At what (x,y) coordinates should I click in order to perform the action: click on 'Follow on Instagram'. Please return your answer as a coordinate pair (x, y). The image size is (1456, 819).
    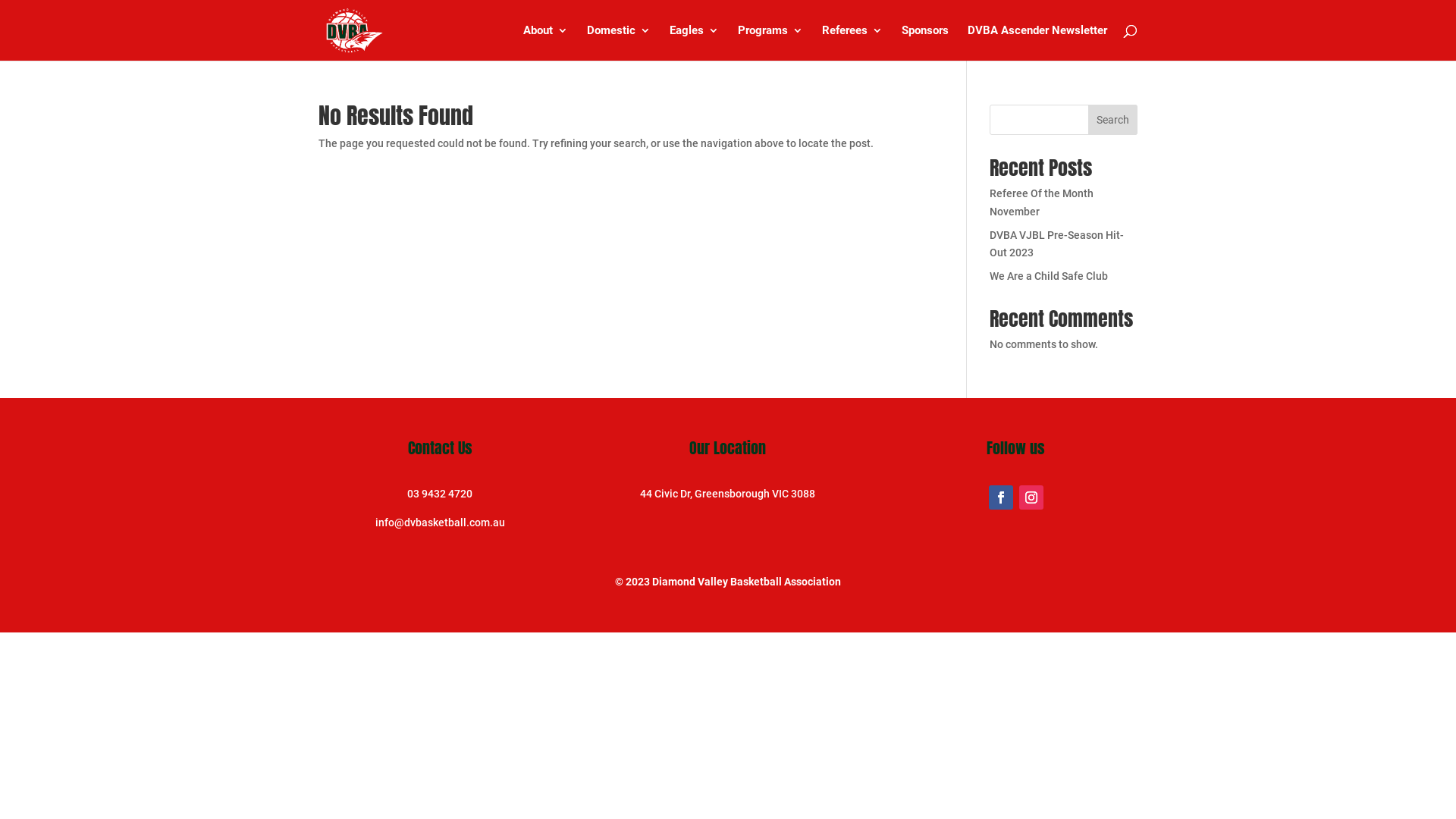
    Looking at the image, I should click on (1031, 497).